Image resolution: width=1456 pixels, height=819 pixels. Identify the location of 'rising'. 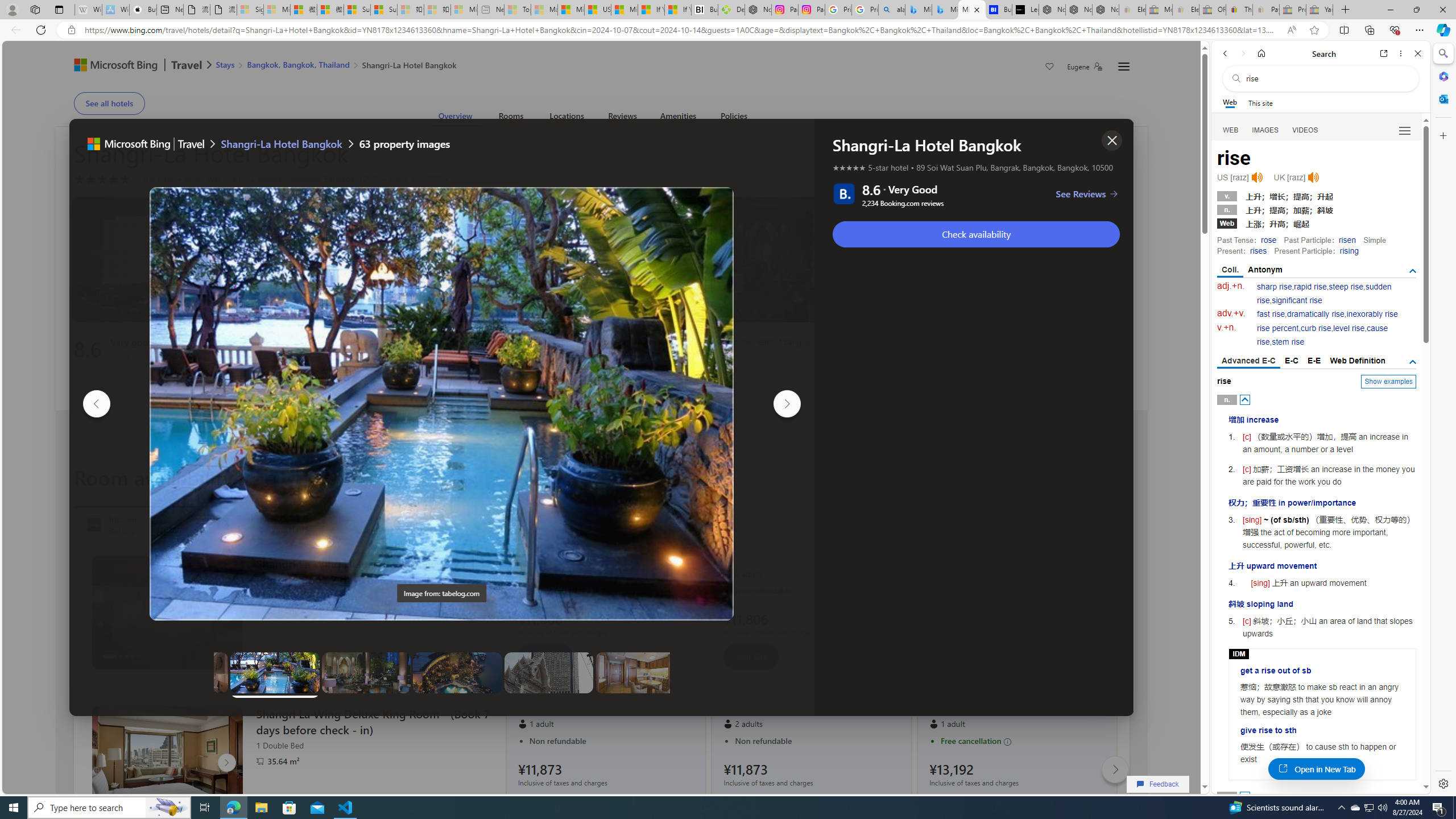
(1349, 250).